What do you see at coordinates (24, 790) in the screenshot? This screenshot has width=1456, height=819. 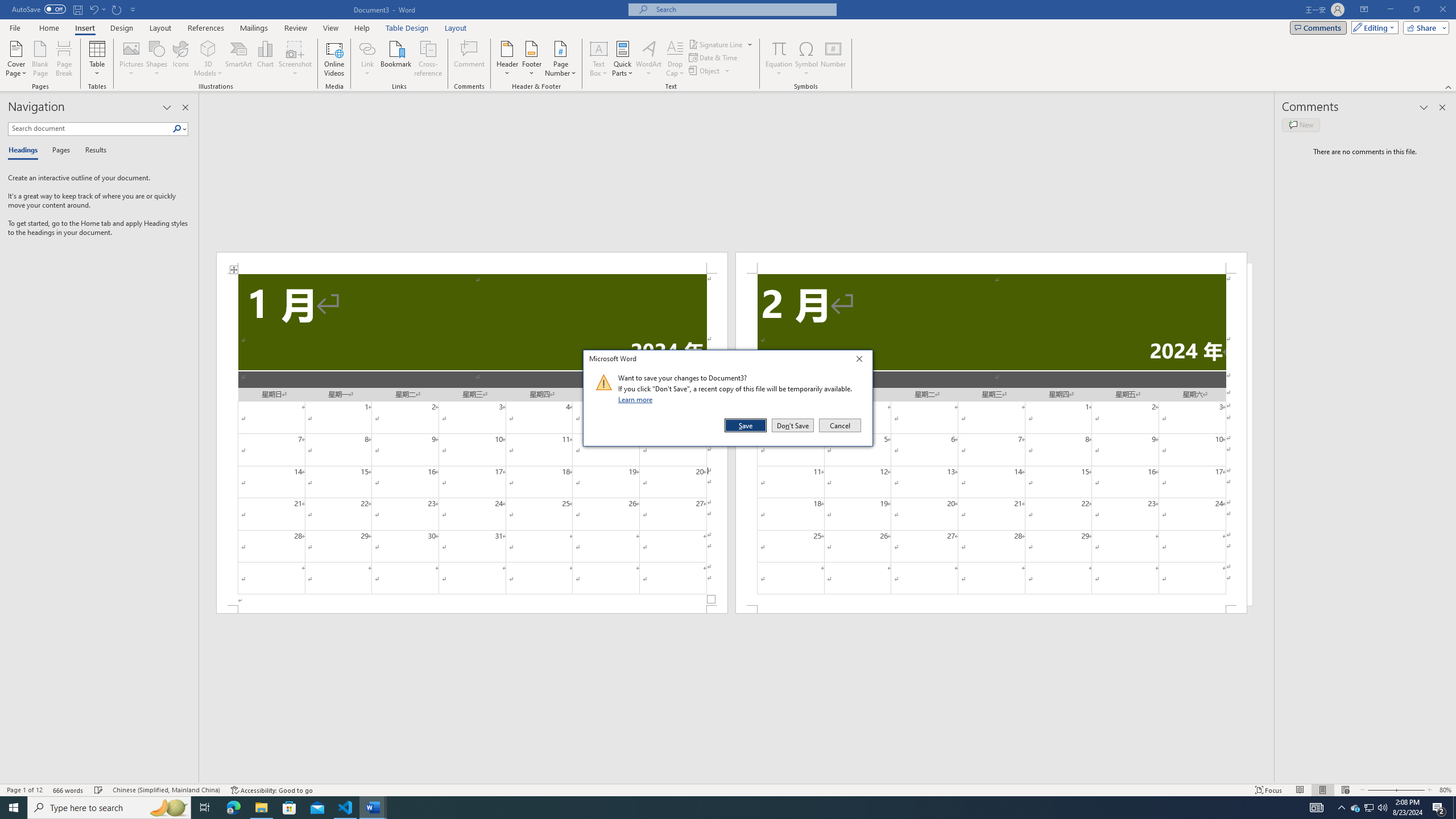 I see `'Page Number Page 1 of 12'` at bounding box center [24, 790].